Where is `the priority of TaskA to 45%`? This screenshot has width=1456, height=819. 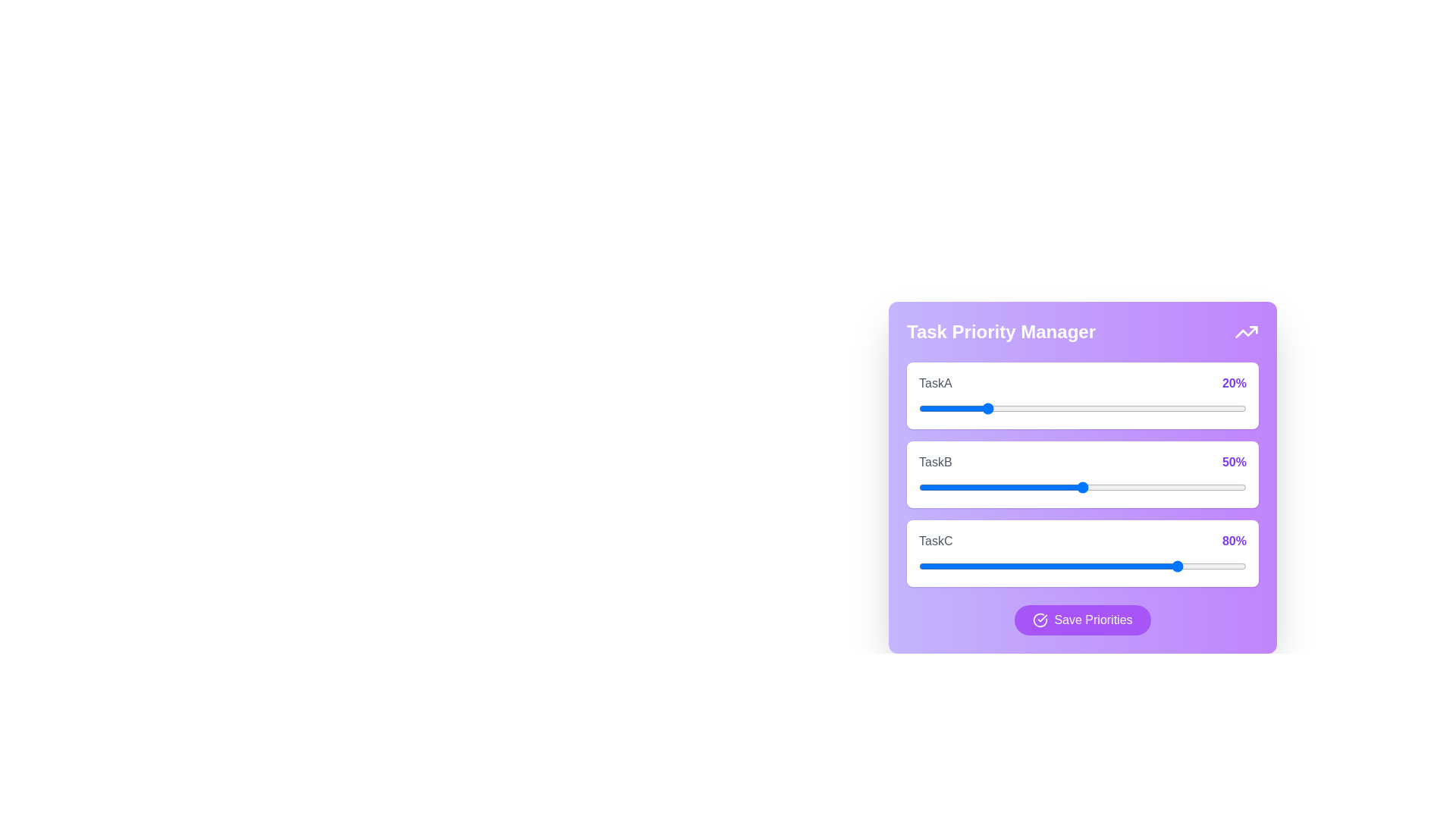
the priority of TaskA to 45% is located at coordinates (1065, 408).